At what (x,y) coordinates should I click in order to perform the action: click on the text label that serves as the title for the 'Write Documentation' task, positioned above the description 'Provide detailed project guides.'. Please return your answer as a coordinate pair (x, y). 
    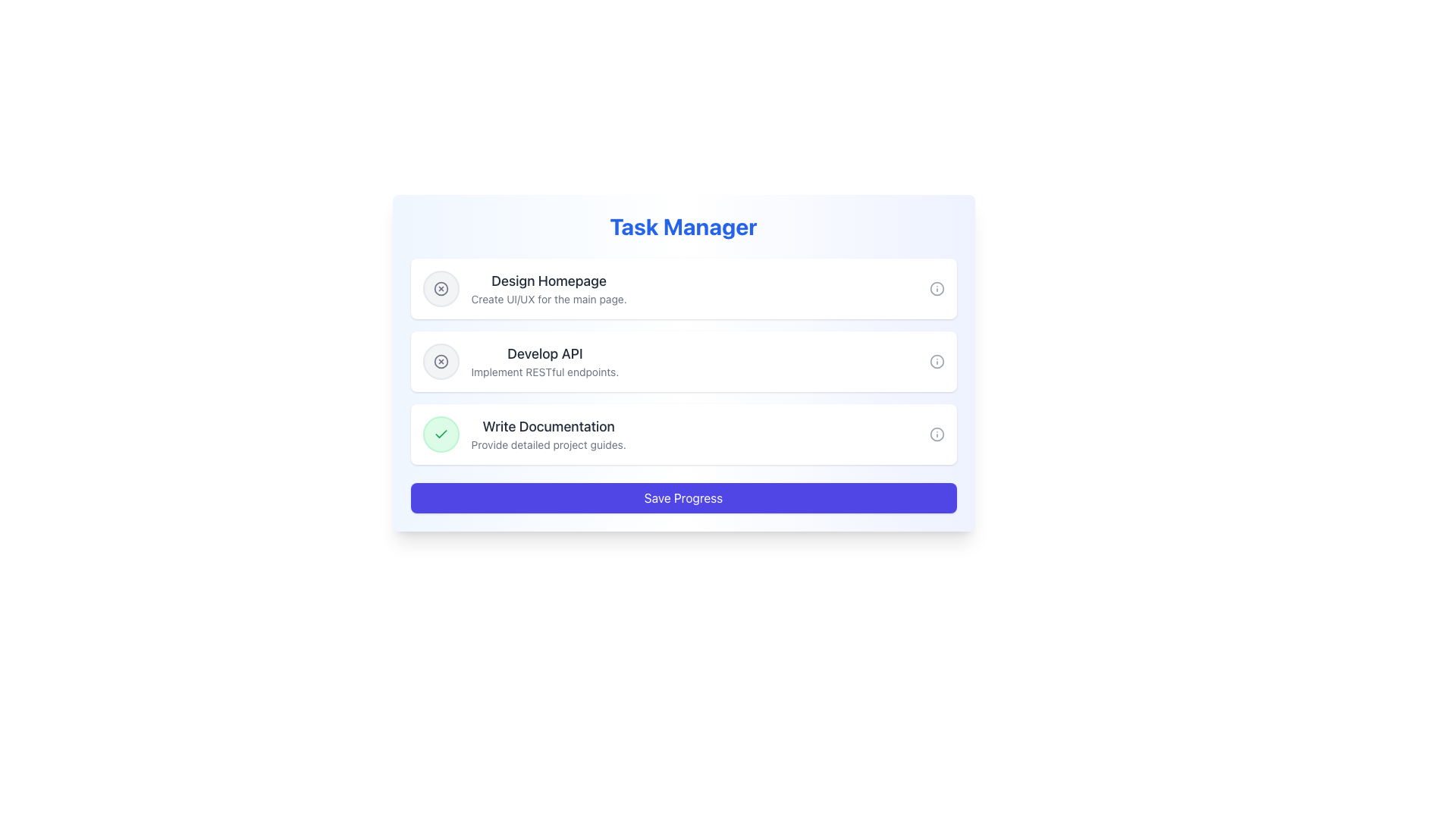
    Looking at the image, I should click on (548, 427).